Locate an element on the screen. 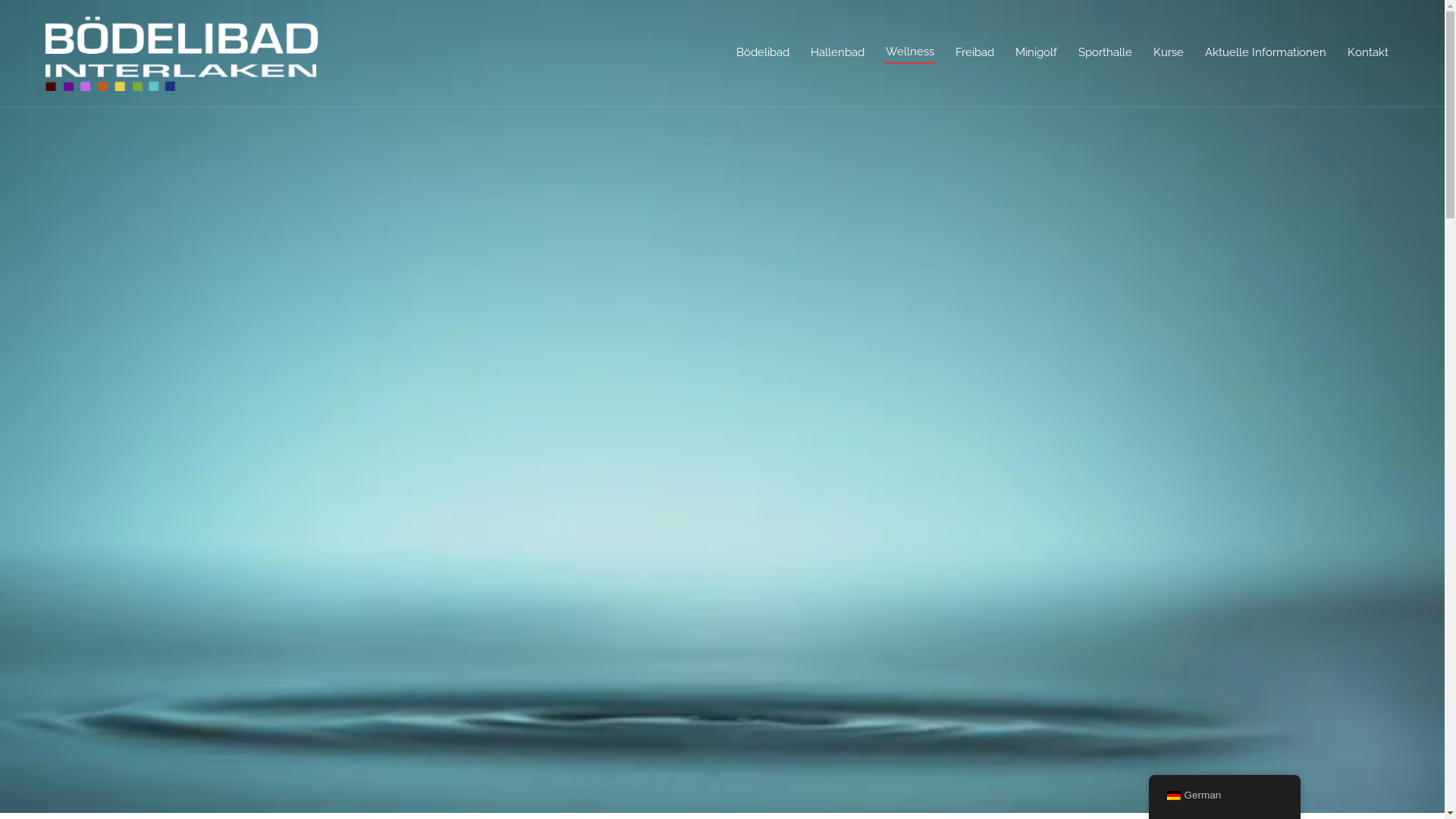 The width and height of the screenshot is (1456, 819). 'German' is located at coordinates (1172, 795).